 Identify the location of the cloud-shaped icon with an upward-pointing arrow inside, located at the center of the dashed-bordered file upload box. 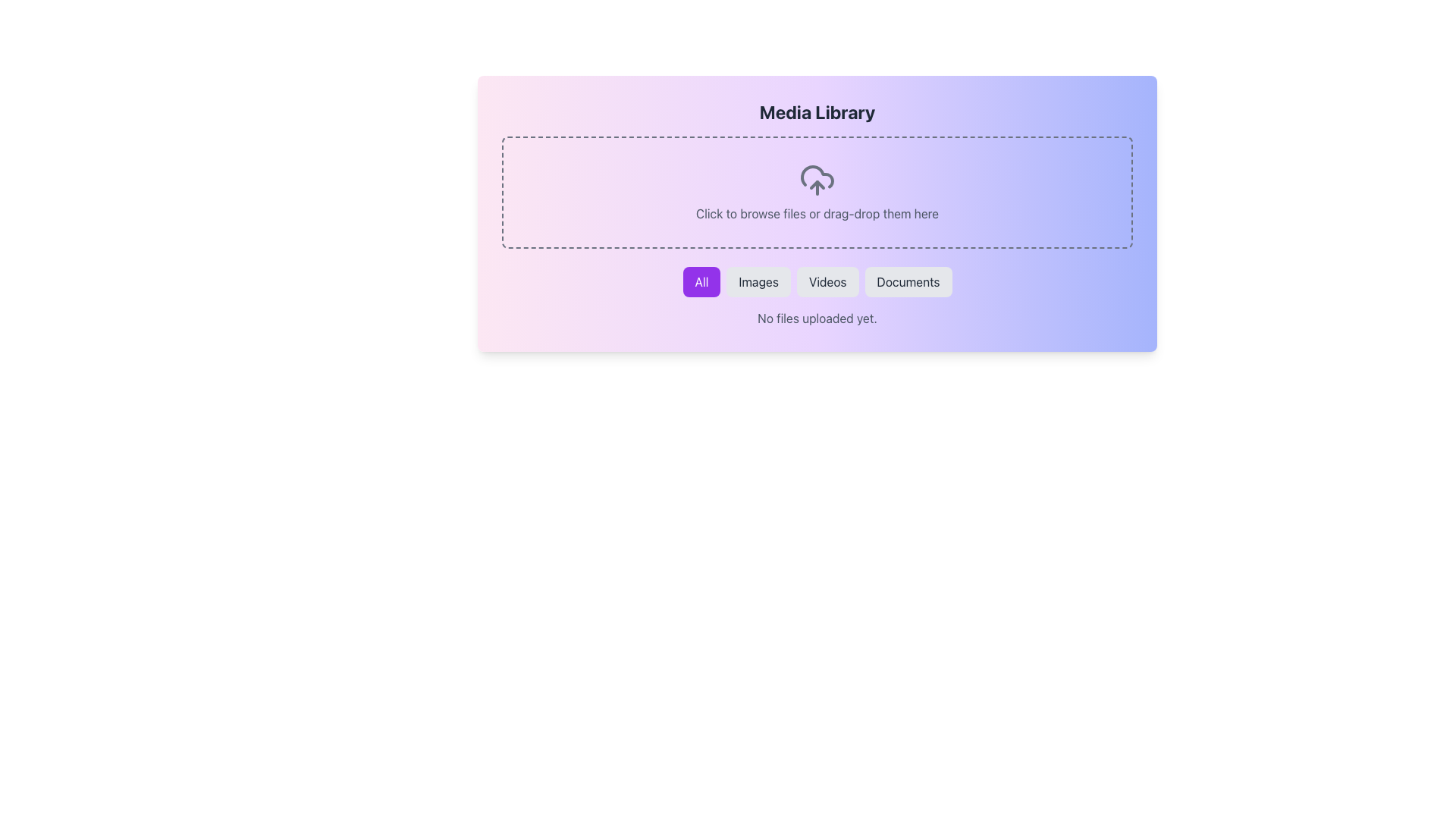
(817, 180).